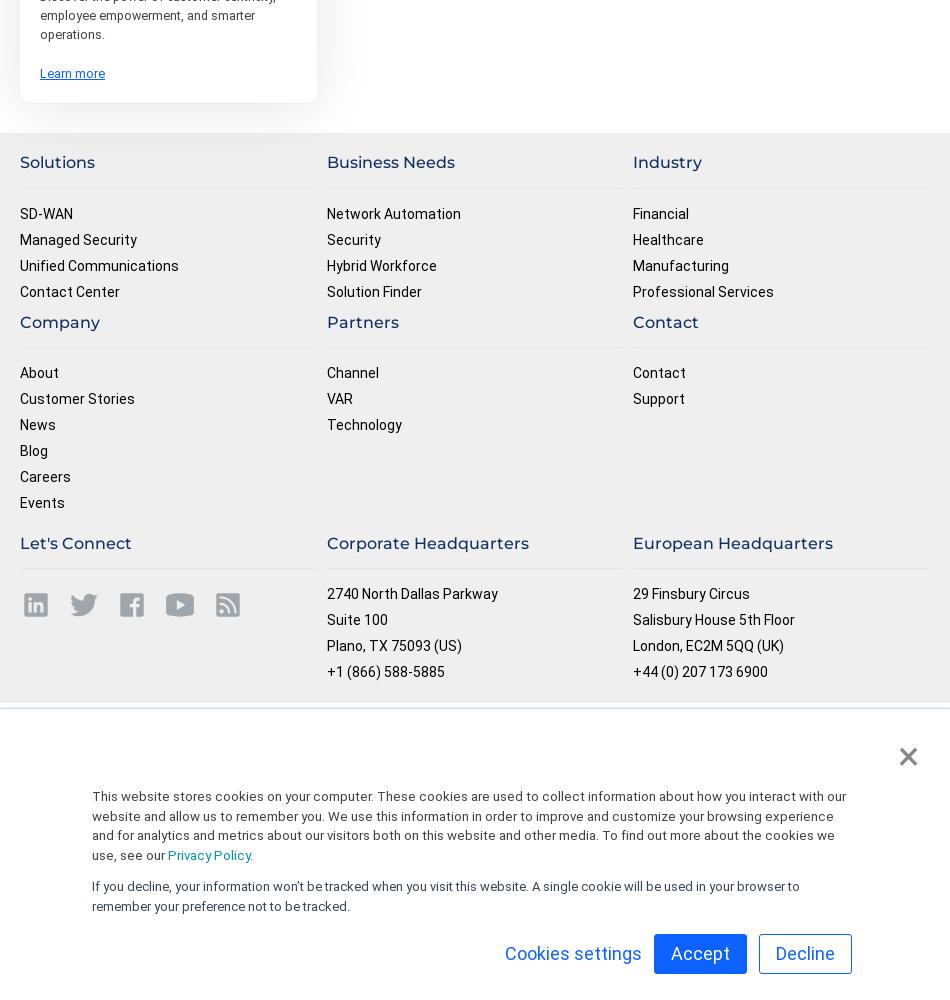  What do you see at coordinates (668, 238) in the screenshot?
I see `'Healthcare'` at bounding box center [668, 238].